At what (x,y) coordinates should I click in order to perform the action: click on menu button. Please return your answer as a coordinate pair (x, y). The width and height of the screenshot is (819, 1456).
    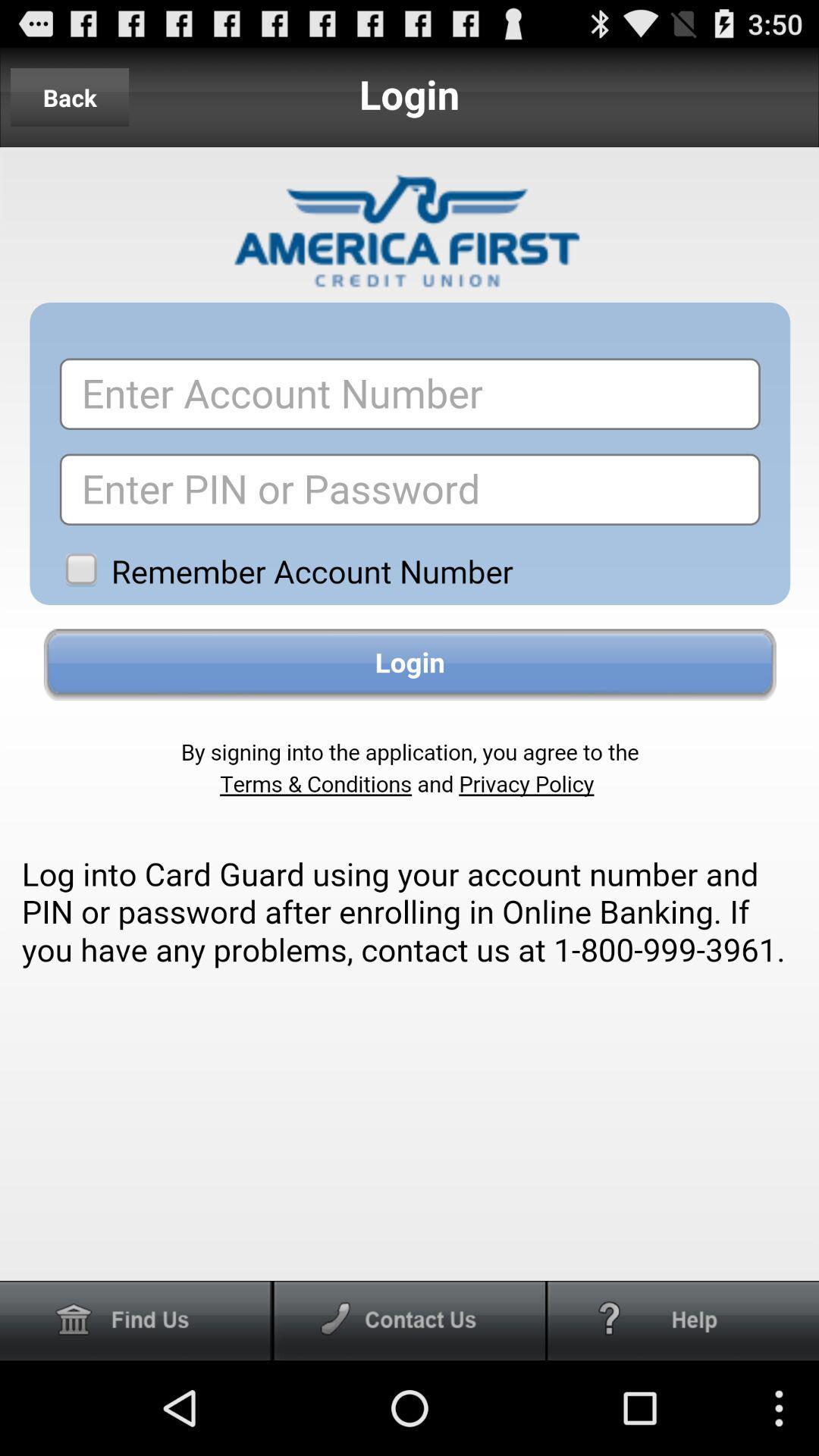
    Looking at the image, I should click on (409, 1319).